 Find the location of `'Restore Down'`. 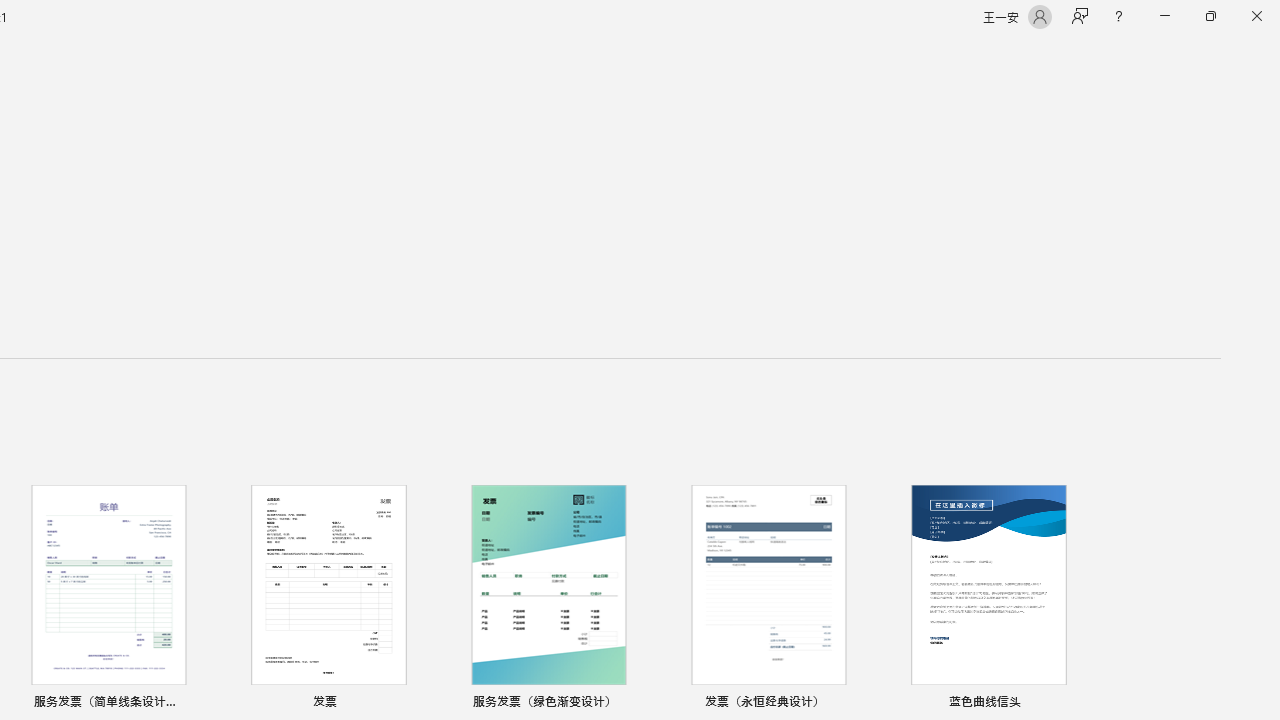

'Restore Down' is located at coordinates (1209, 16).